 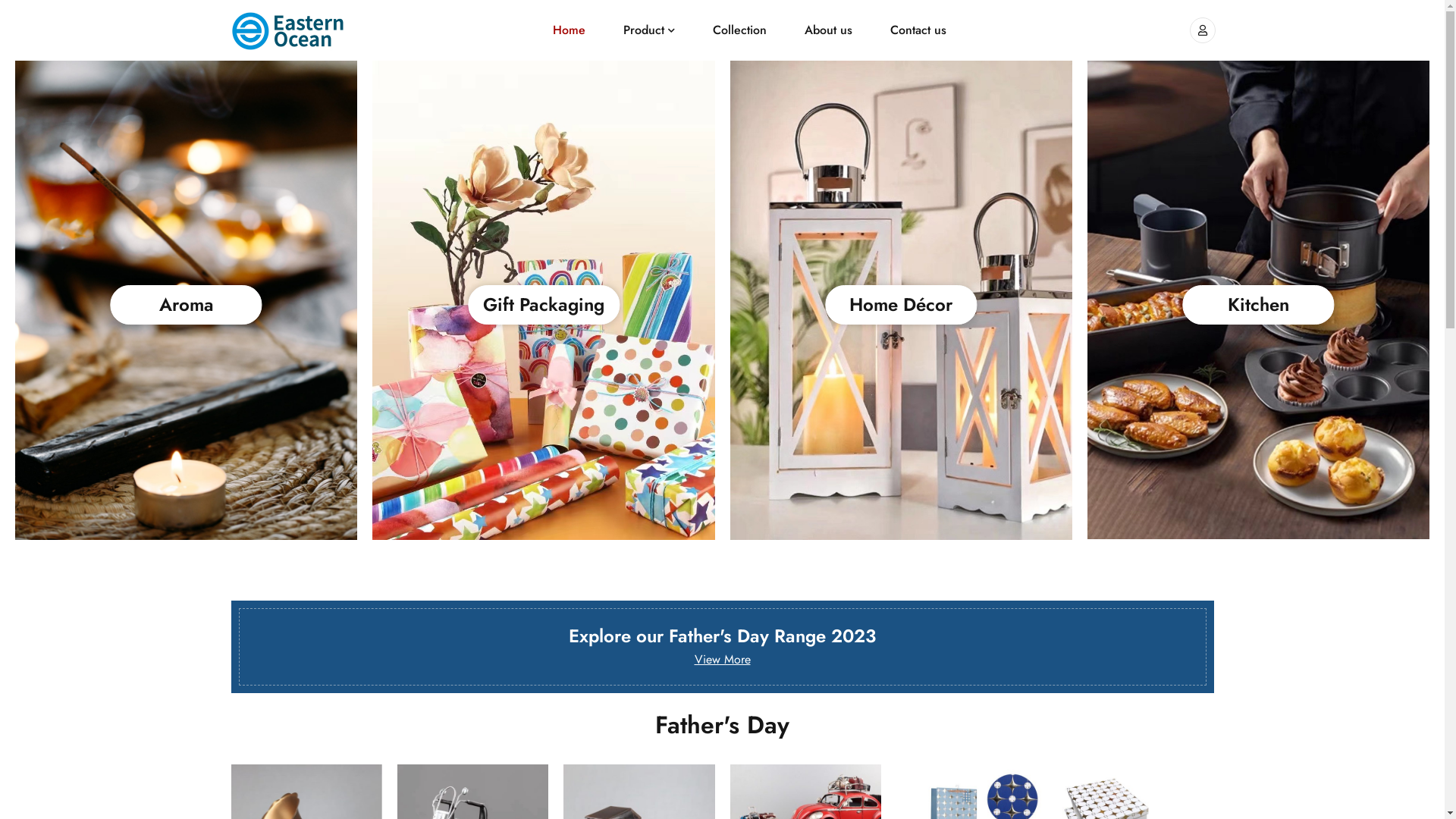 What do you see at coordinates (722, 658) in the screenshot?
I see `'View More'` at bounding box center [722, 658].